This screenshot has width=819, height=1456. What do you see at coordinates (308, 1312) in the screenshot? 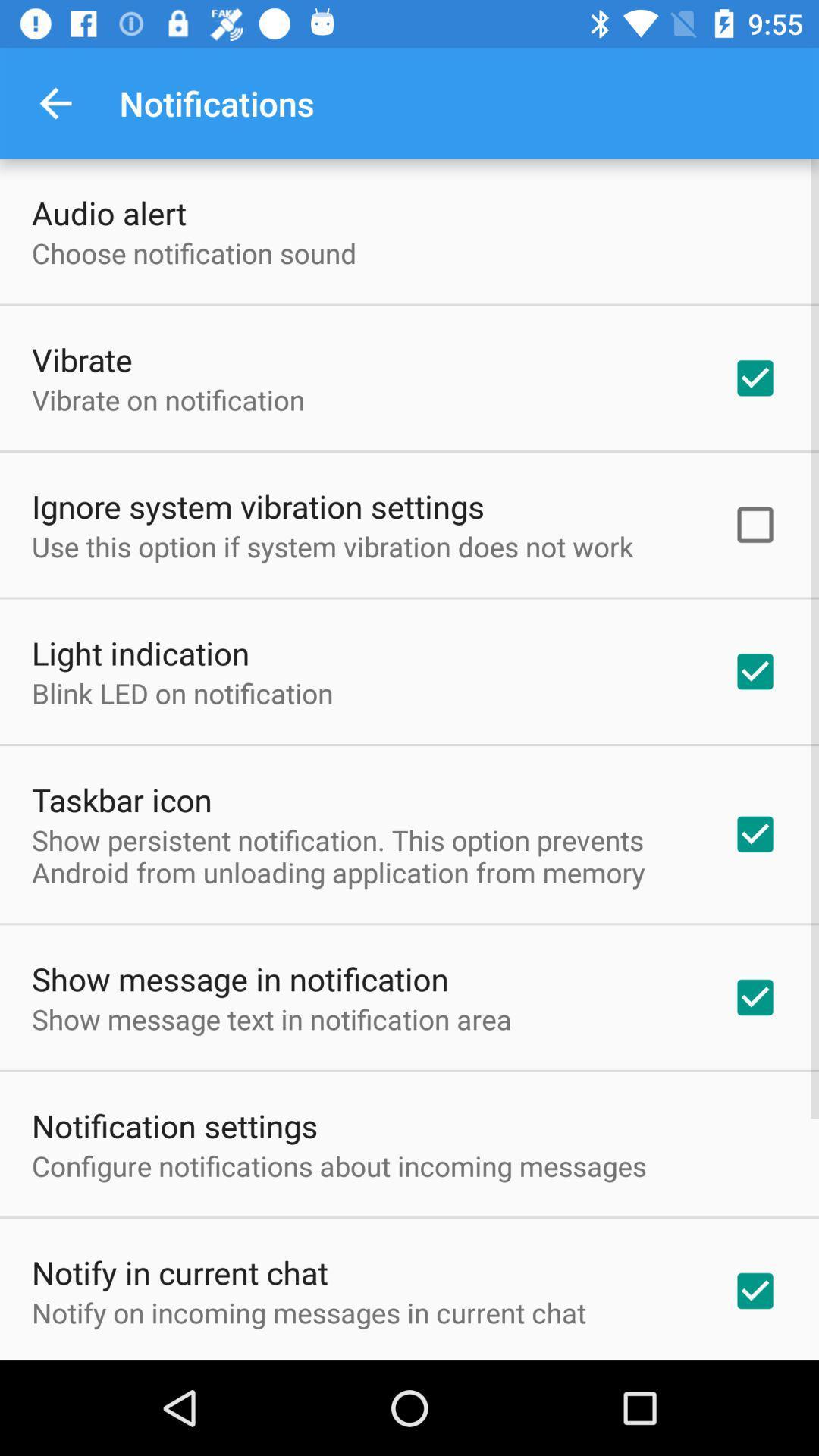
I see `the icon below the notify in current item` at bounding box center [308, 1312].